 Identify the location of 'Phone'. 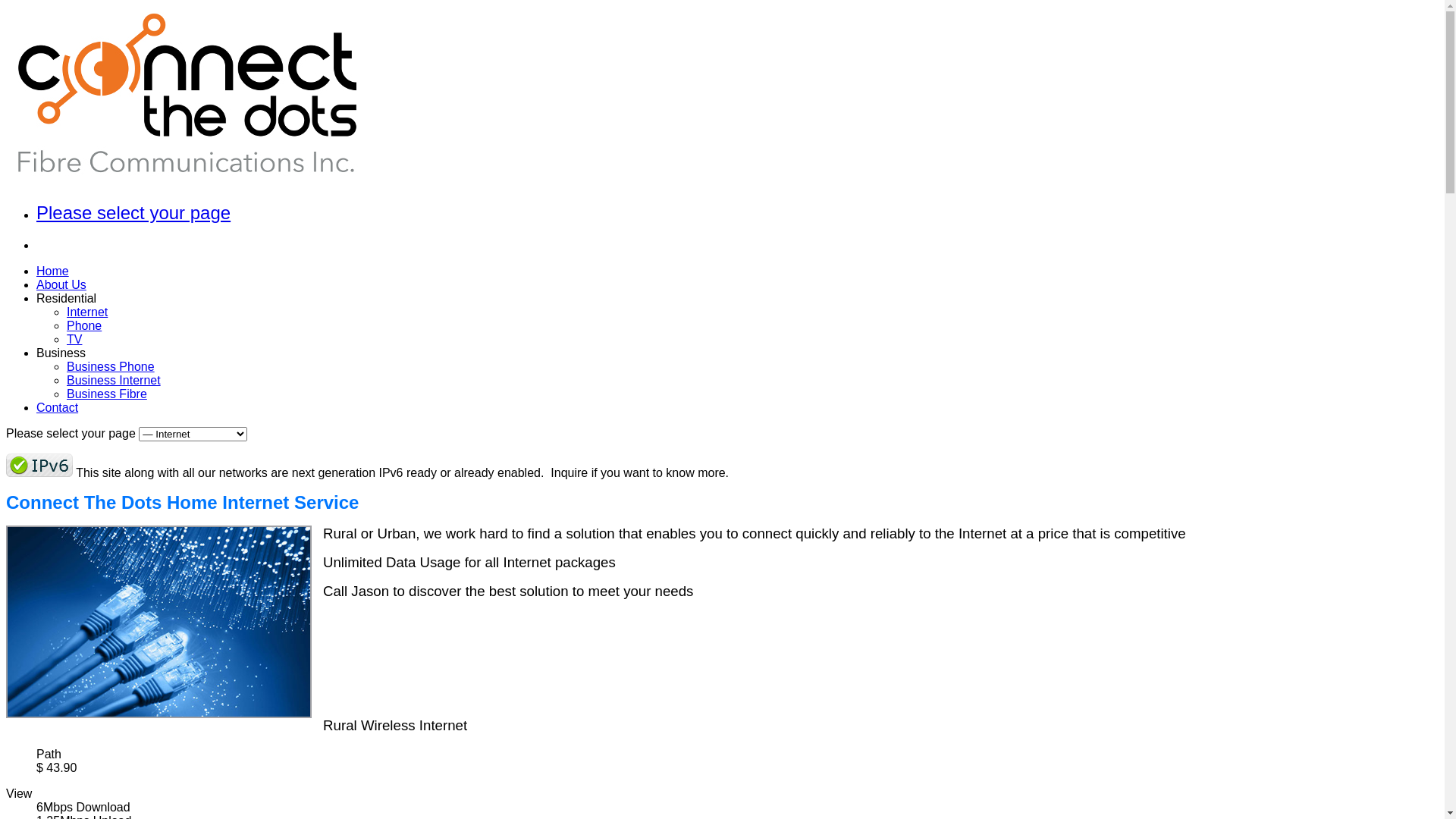
(65, 325).